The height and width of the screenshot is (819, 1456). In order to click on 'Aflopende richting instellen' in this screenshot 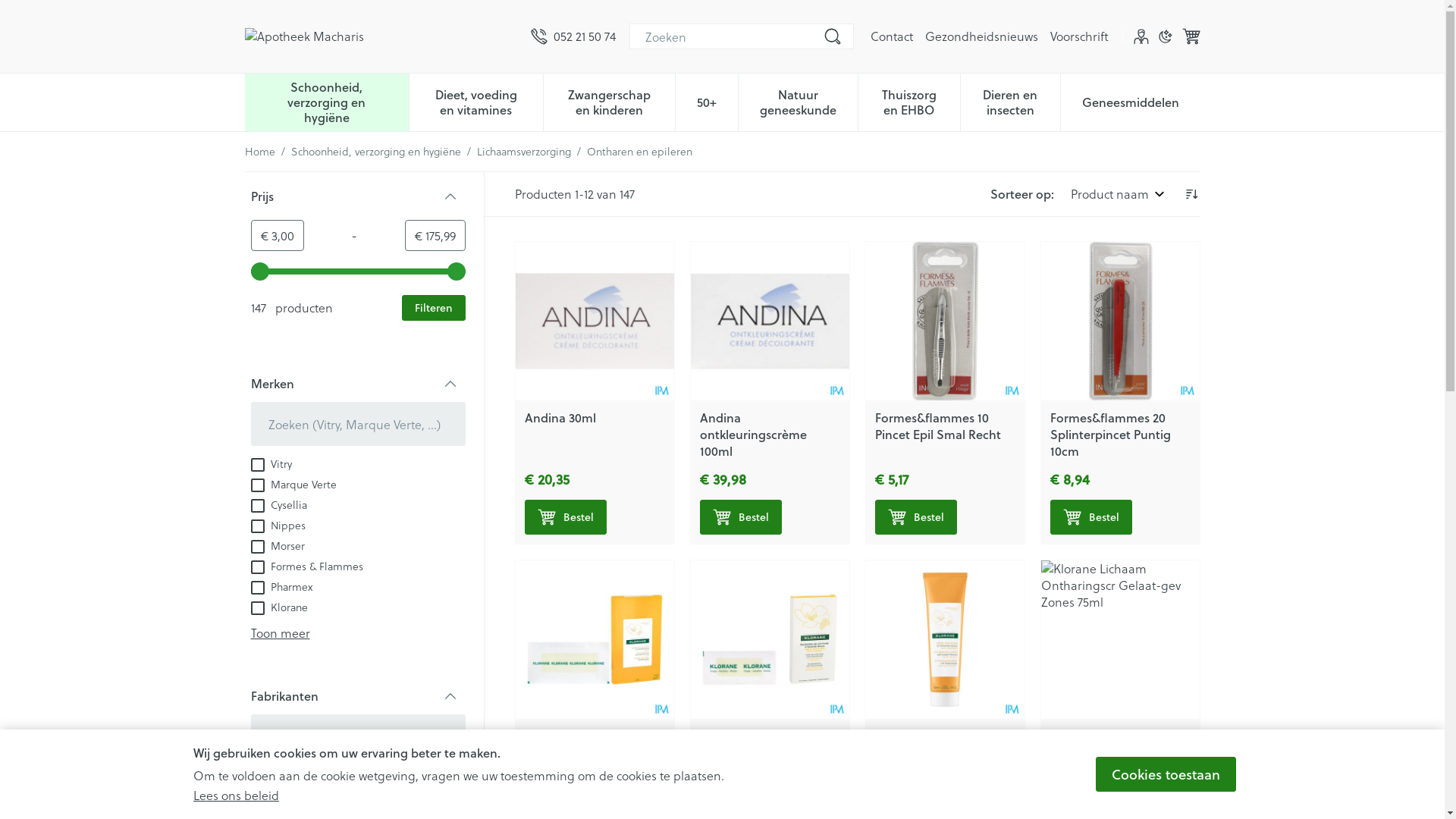, I will do `click(1189, 193)`.